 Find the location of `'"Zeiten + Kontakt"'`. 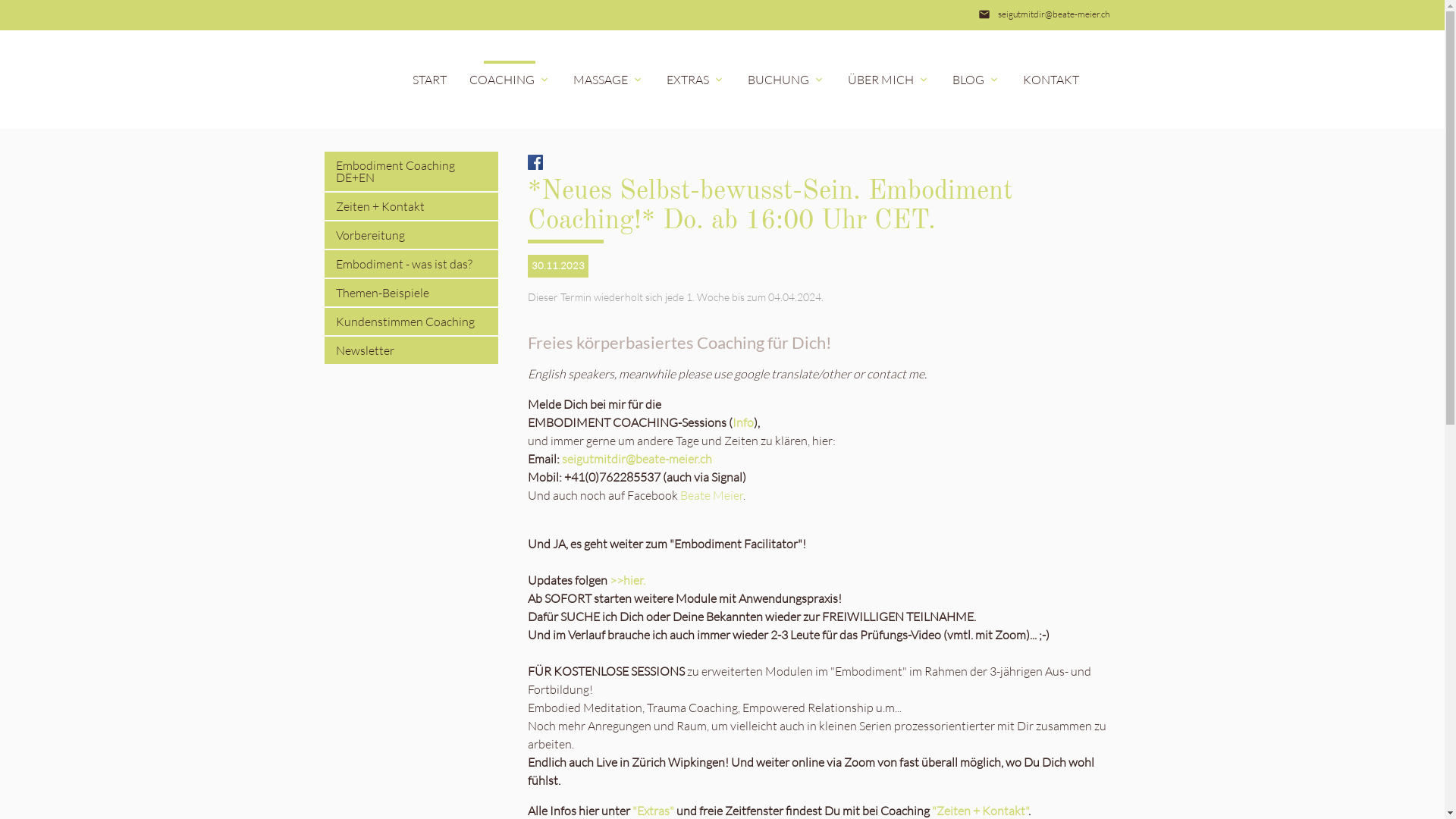

'"Zeiten + Kontakt"' is located at coordinates (980, 809).